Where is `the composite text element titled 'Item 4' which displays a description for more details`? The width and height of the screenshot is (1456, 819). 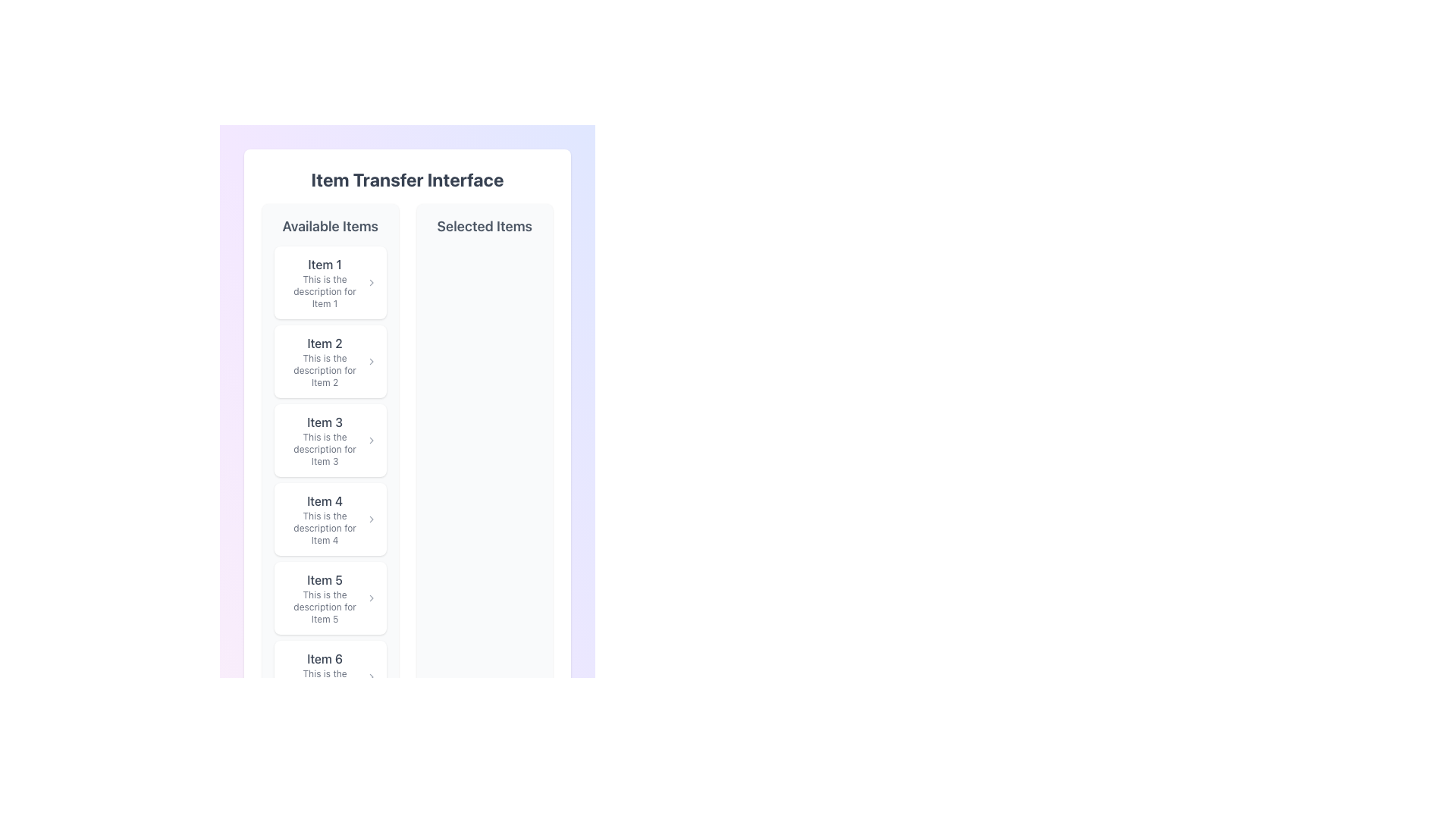 the composite text element titled 'Item 4' which displays a description for more details is located at coordinates (324, 519).